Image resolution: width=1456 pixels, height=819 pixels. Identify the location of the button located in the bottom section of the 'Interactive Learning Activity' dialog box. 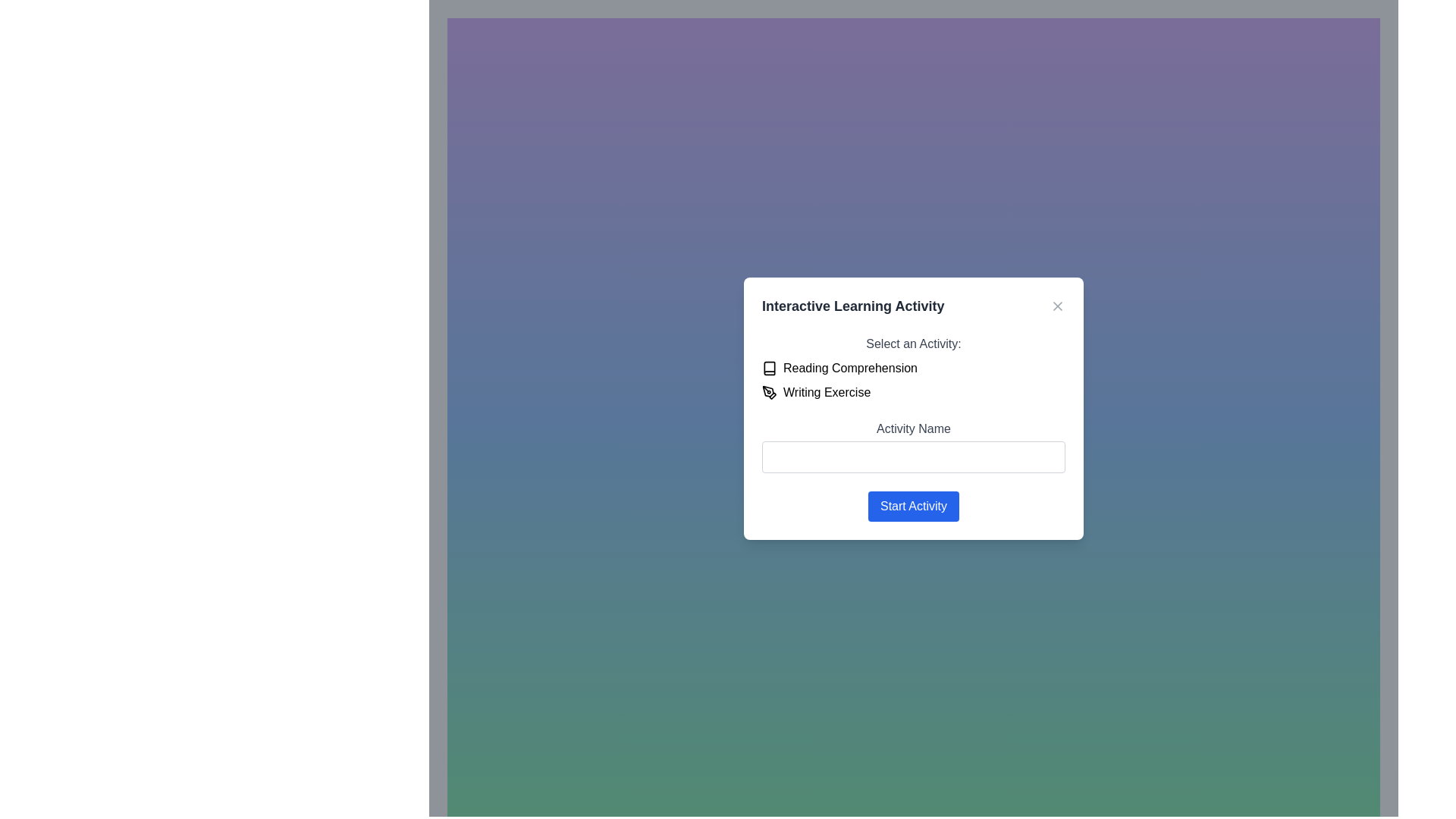
(912, 506).